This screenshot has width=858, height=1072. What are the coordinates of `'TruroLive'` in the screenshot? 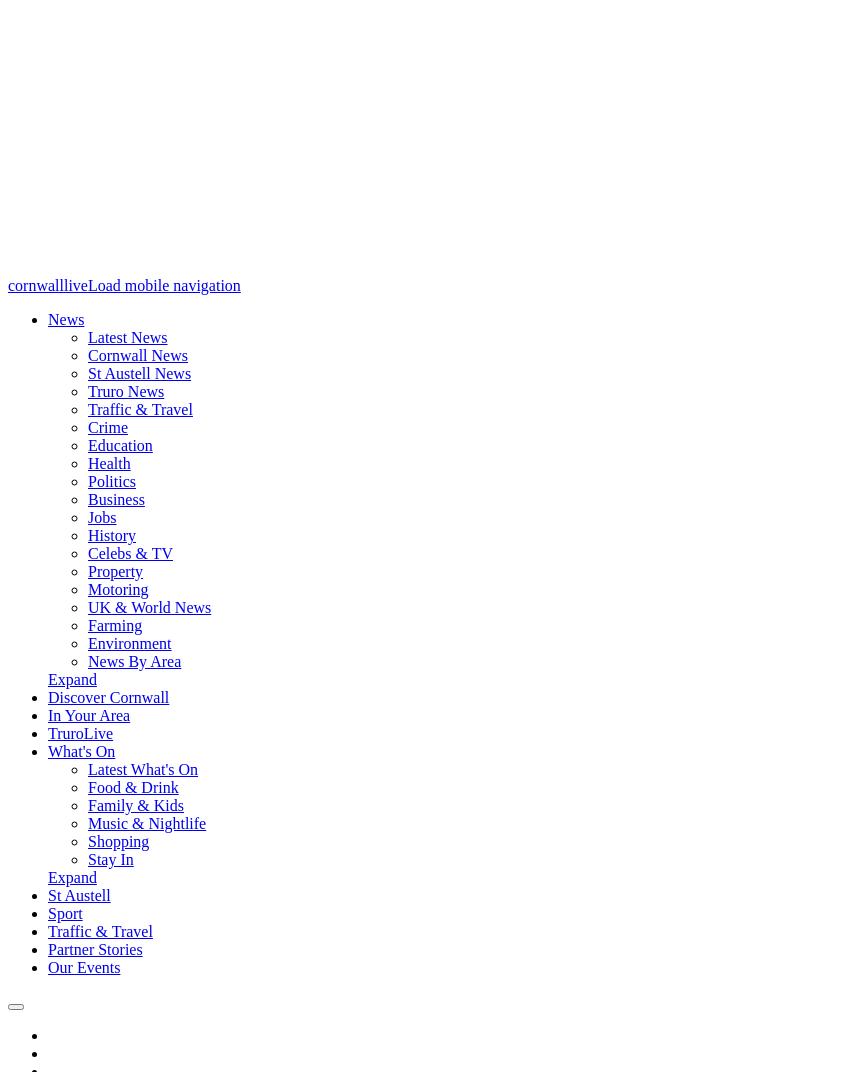 It's located at (79, 732).